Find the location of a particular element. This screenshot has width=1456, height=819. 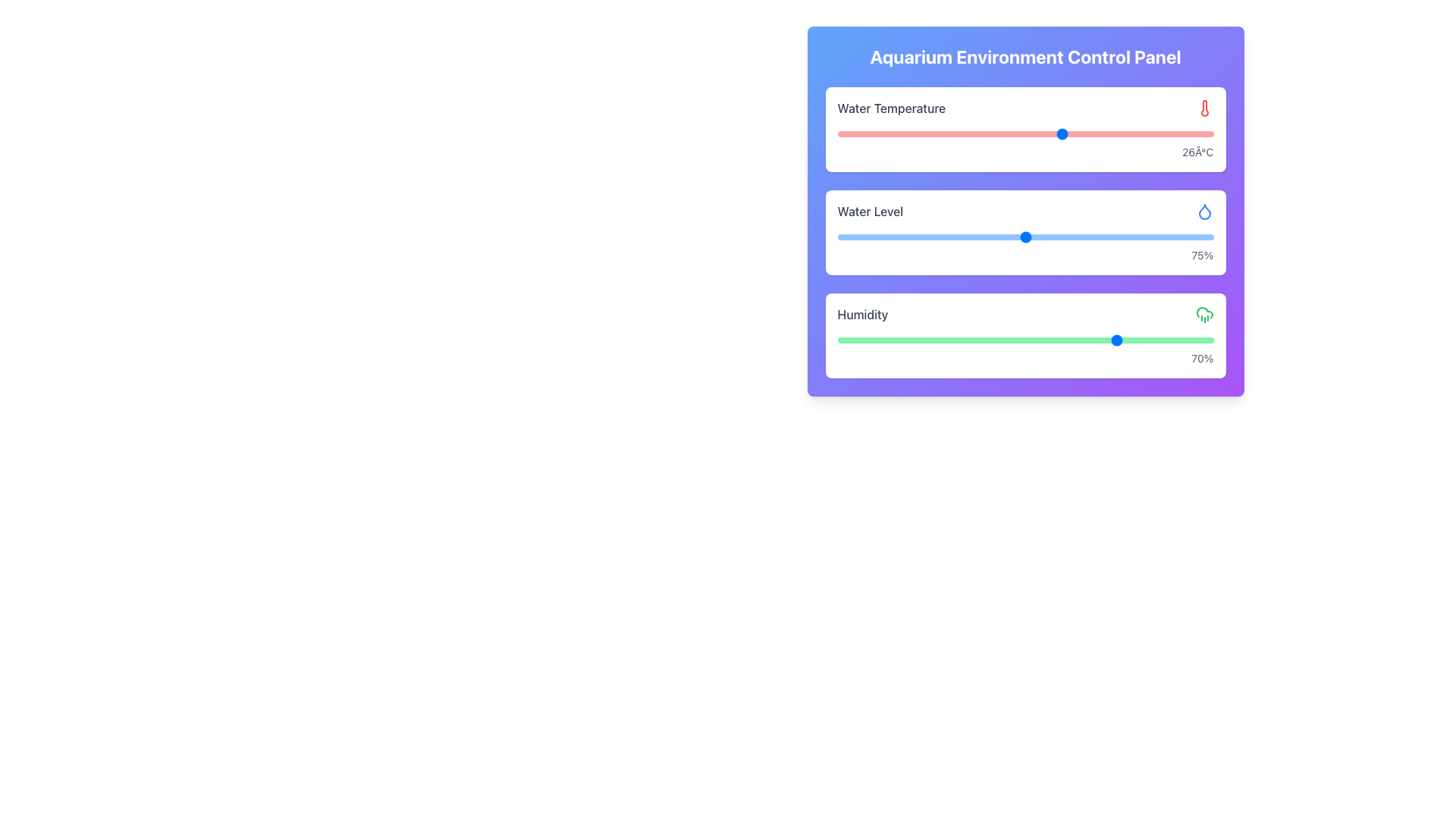

the red thermometer icon representing temperature-related content in the 'Water Temperature' section of the 'Aquarium Environment Control Panel' is located at coordinates (1203, 107).